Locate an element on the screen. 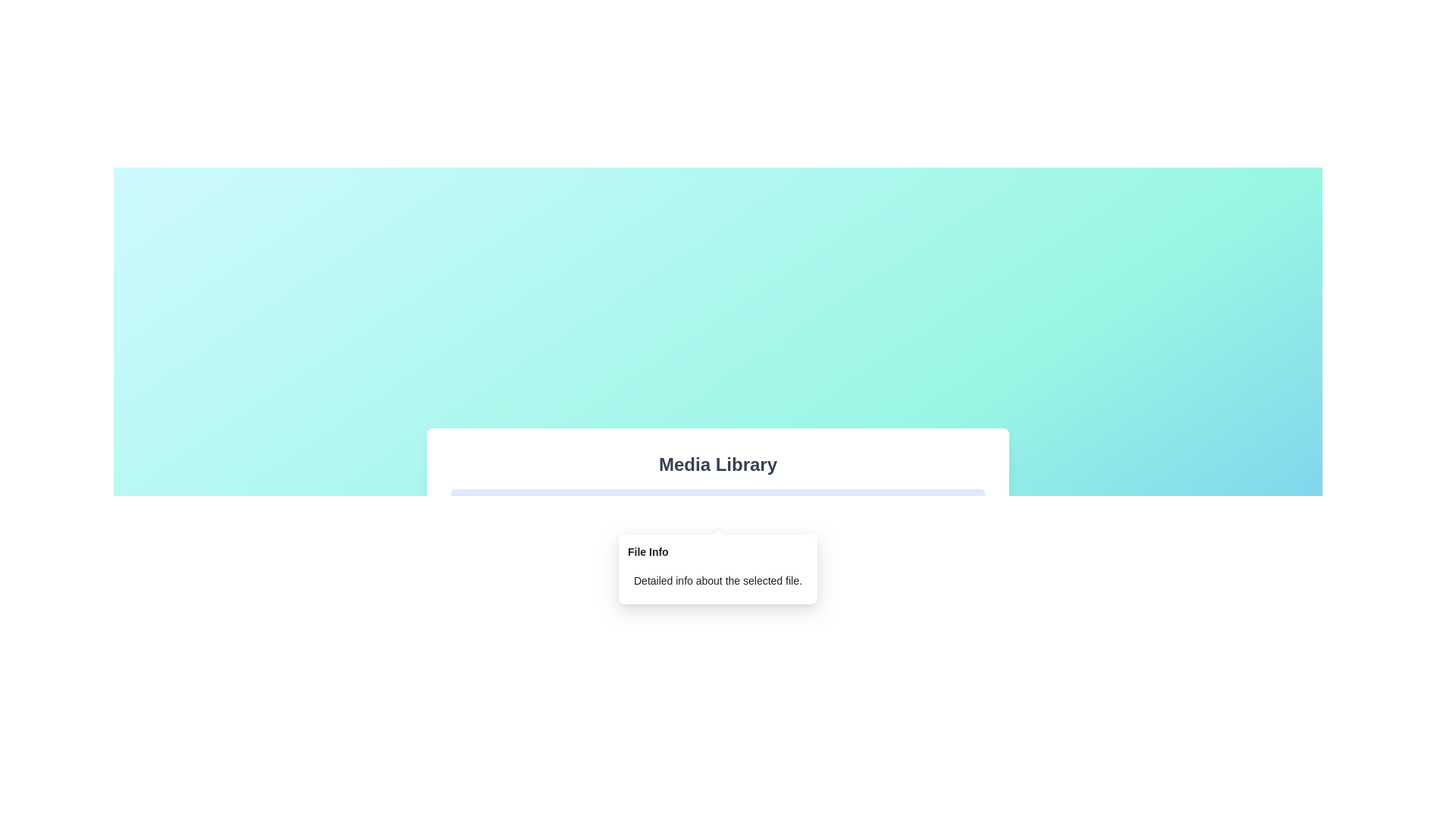 The height and width of the screenshot is (819, 1456). the information icon represented by an indigo blue 'i' within a circle, positioned to the left of the 'File Details' text is located at coordinates (469, 507).